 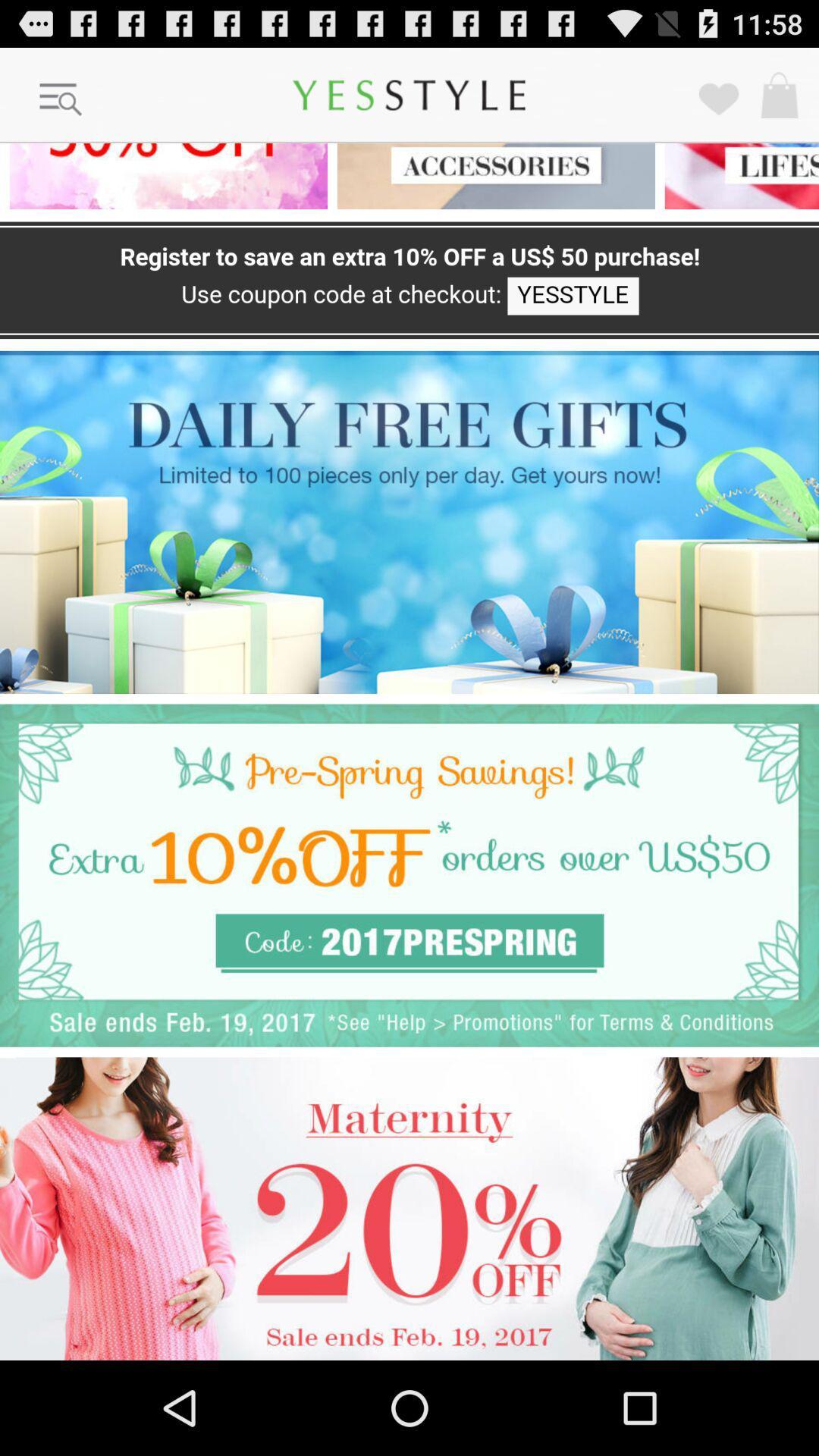 I want to click on banner display, so click(x=409, y=1208).